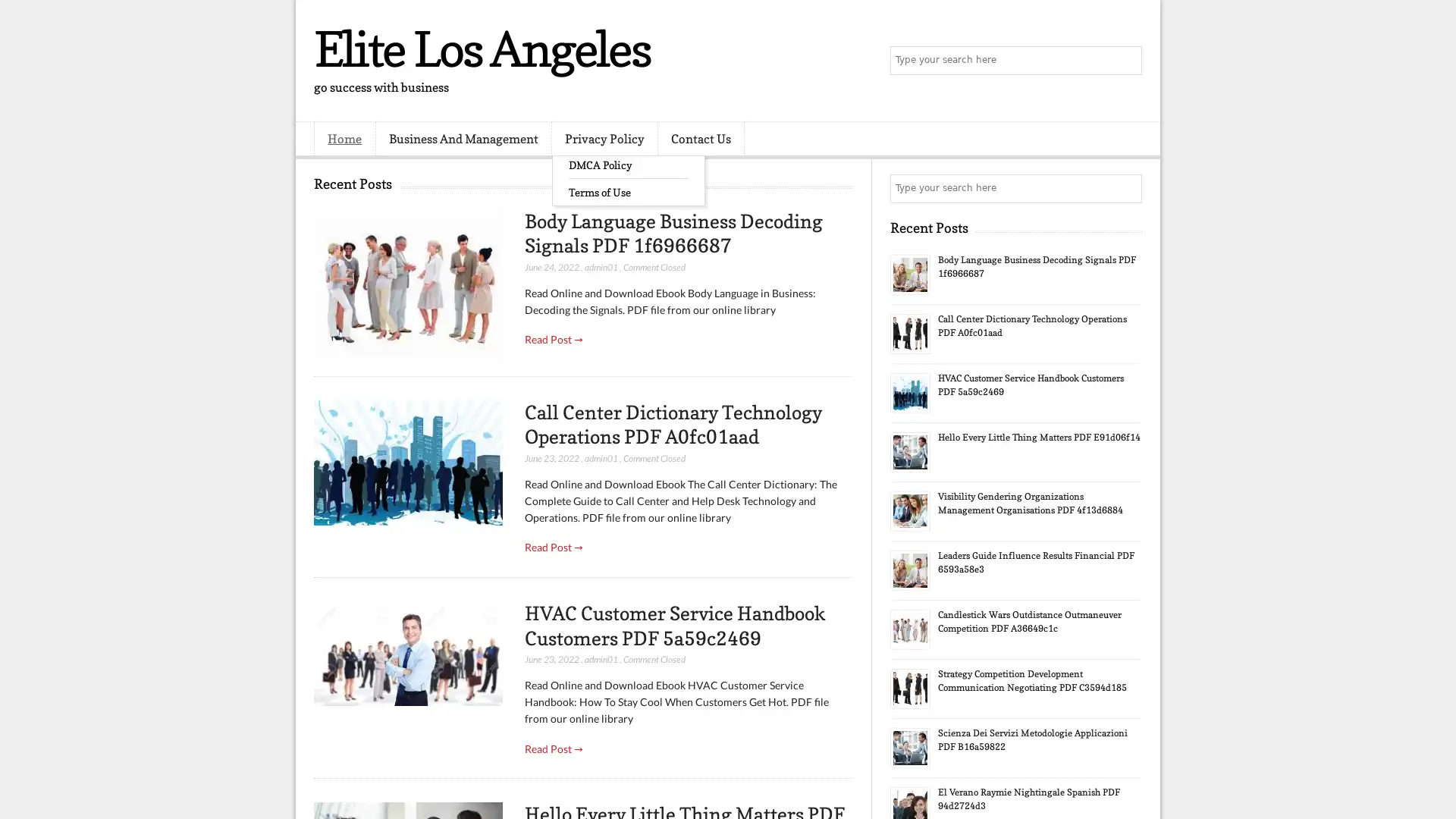 The width and height of the screenshot is (1456, 819). What do you see at coordinates (1126, 61) in the screenshot?
I see `Search` at bounding box center [1126, 61].